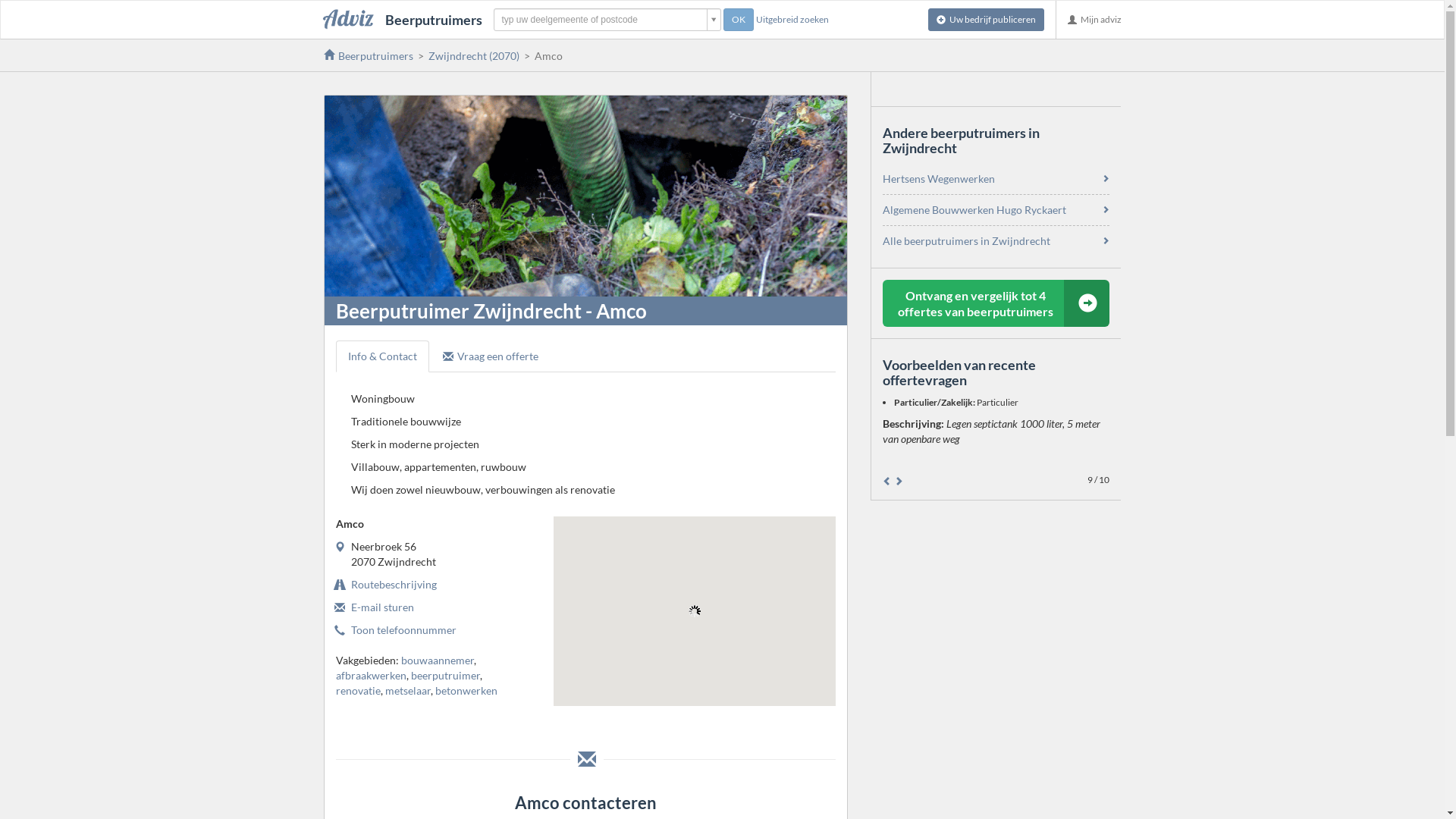 Image resolution: width=1456 pixels, height=819 pixels. I want to click on 'Beerputruimers', so click(367, 55).